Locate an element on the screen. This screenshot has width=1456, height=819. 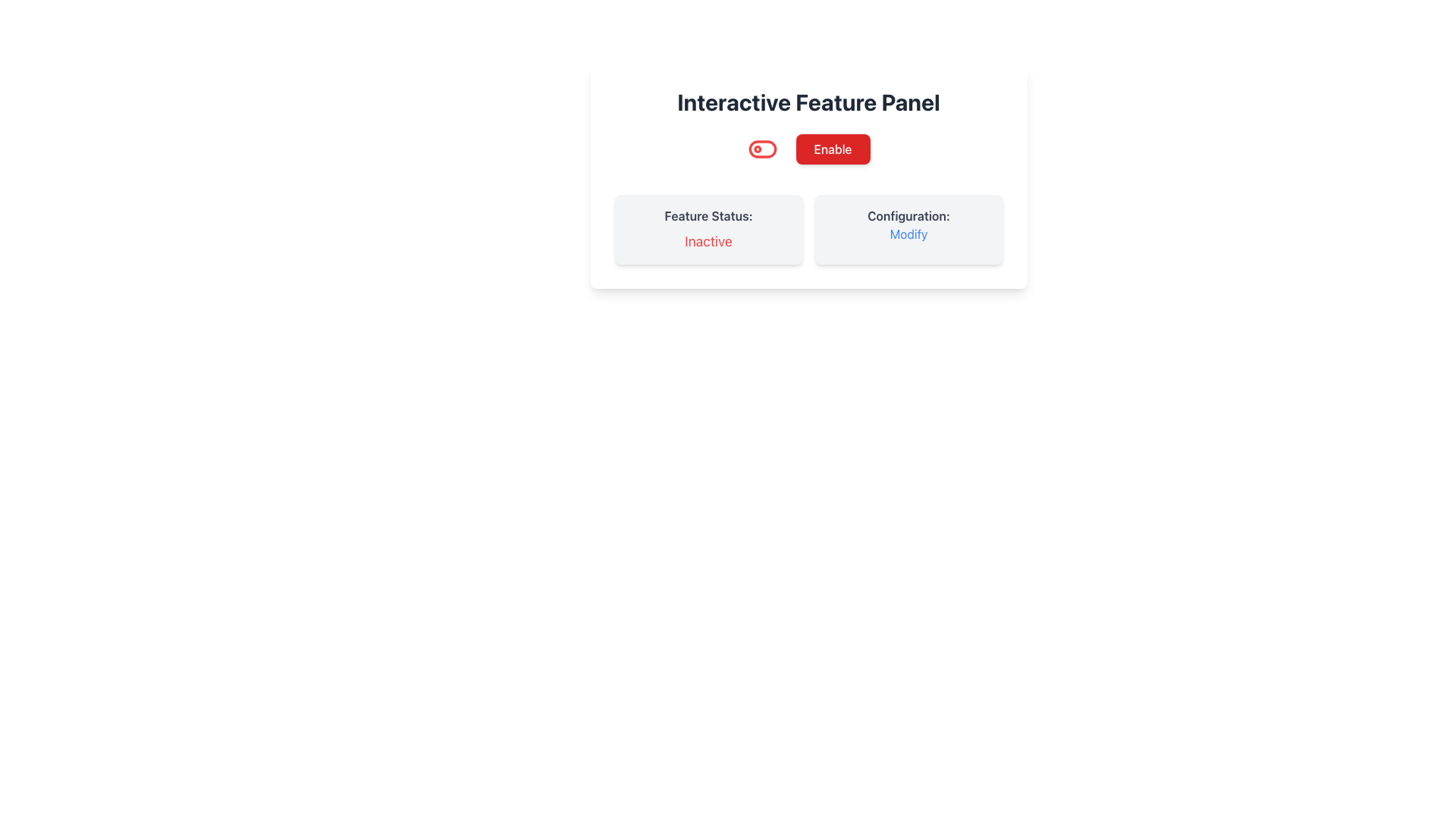
the 'Modify' hyperlink located at the bottom-right section of the 'Interactive Feature Panel' is located at coordinates (908, 234).